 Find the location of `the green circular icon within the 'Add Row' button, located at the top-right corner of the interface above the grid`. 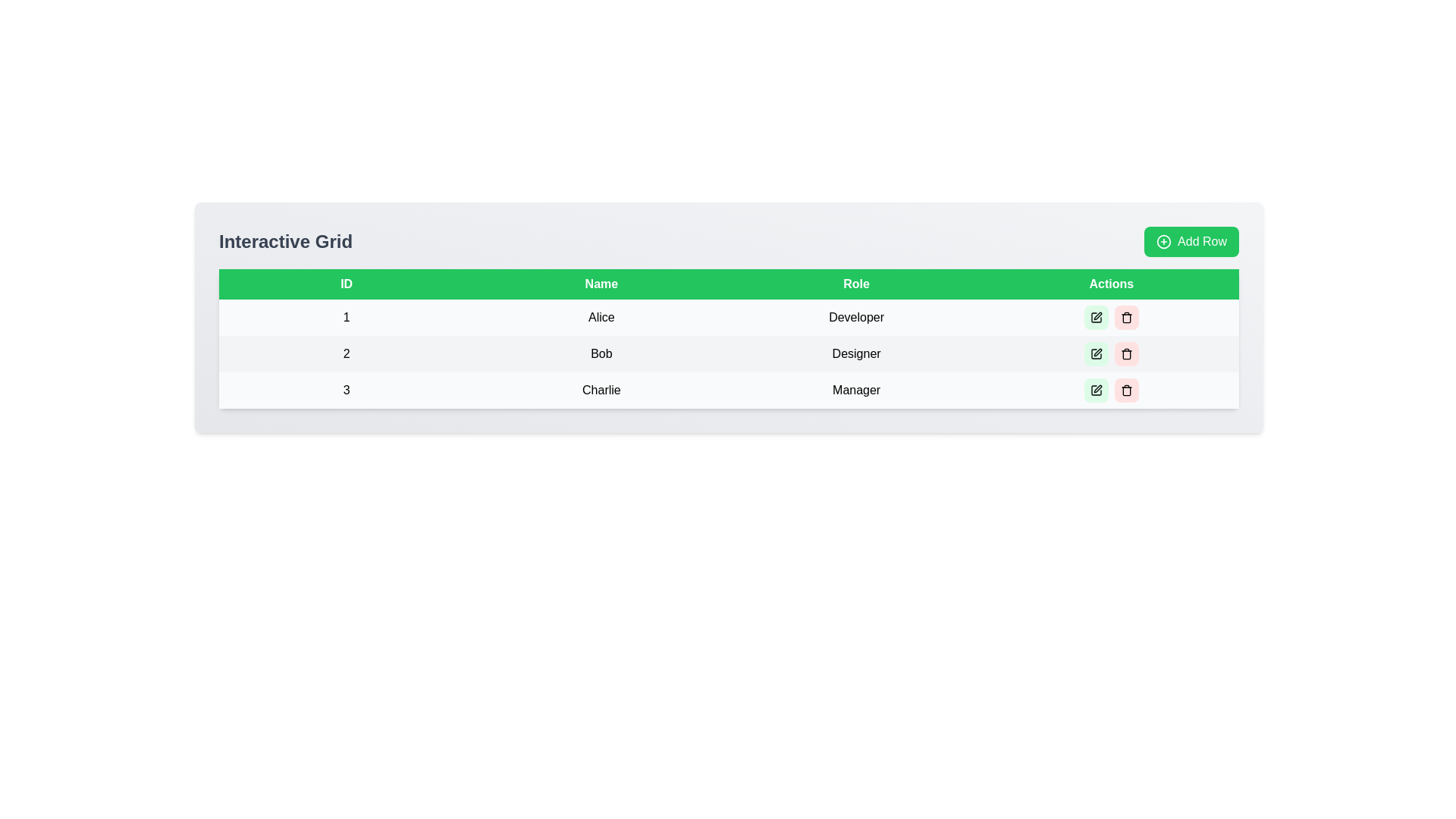

the green circular icon within the 'Add Row' button, located at the top-right corner of the interface above the grid is located at coordinates (1163, 241).